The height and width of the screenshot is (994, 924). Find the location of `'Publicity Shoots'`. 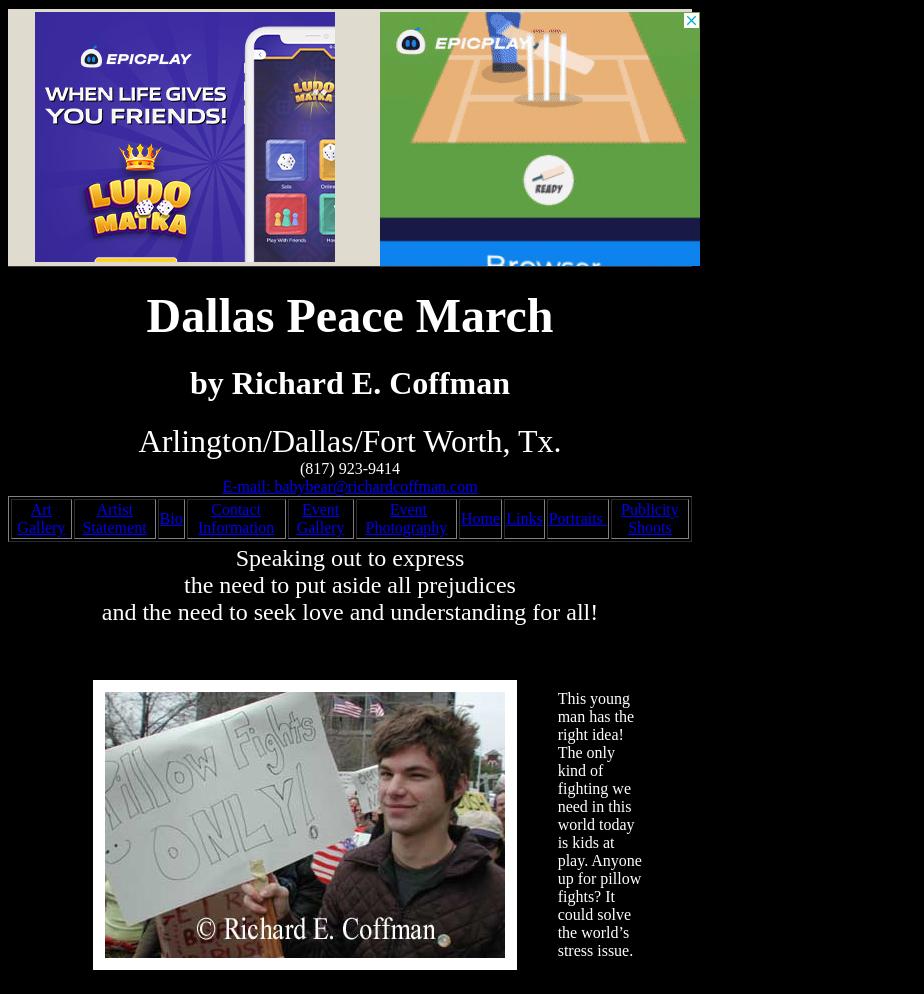

'Publicity Shoots' is located at coordinates (649, 518).